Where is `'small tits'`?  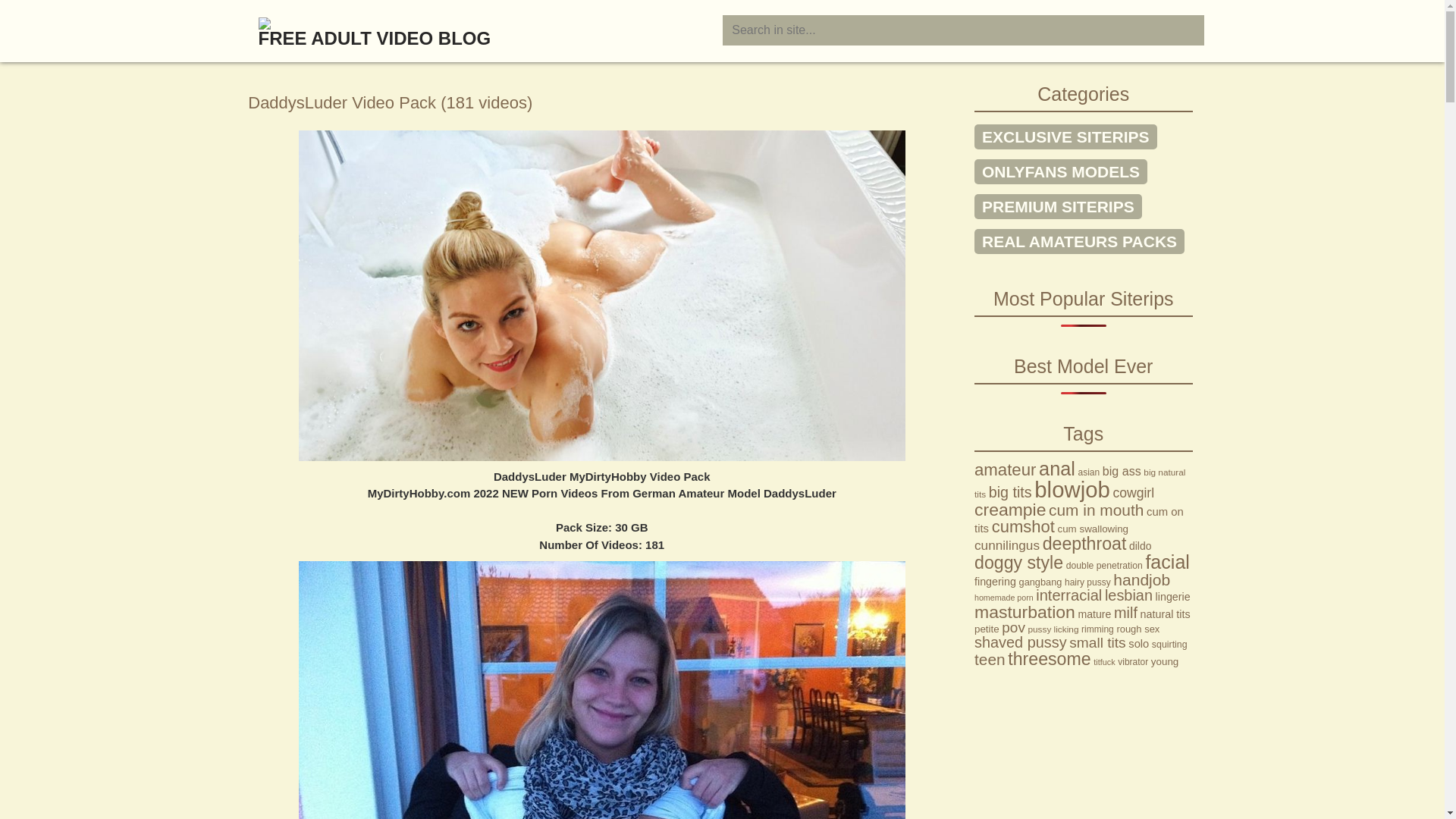 'small tits' is located at coordinates (1097, 642).